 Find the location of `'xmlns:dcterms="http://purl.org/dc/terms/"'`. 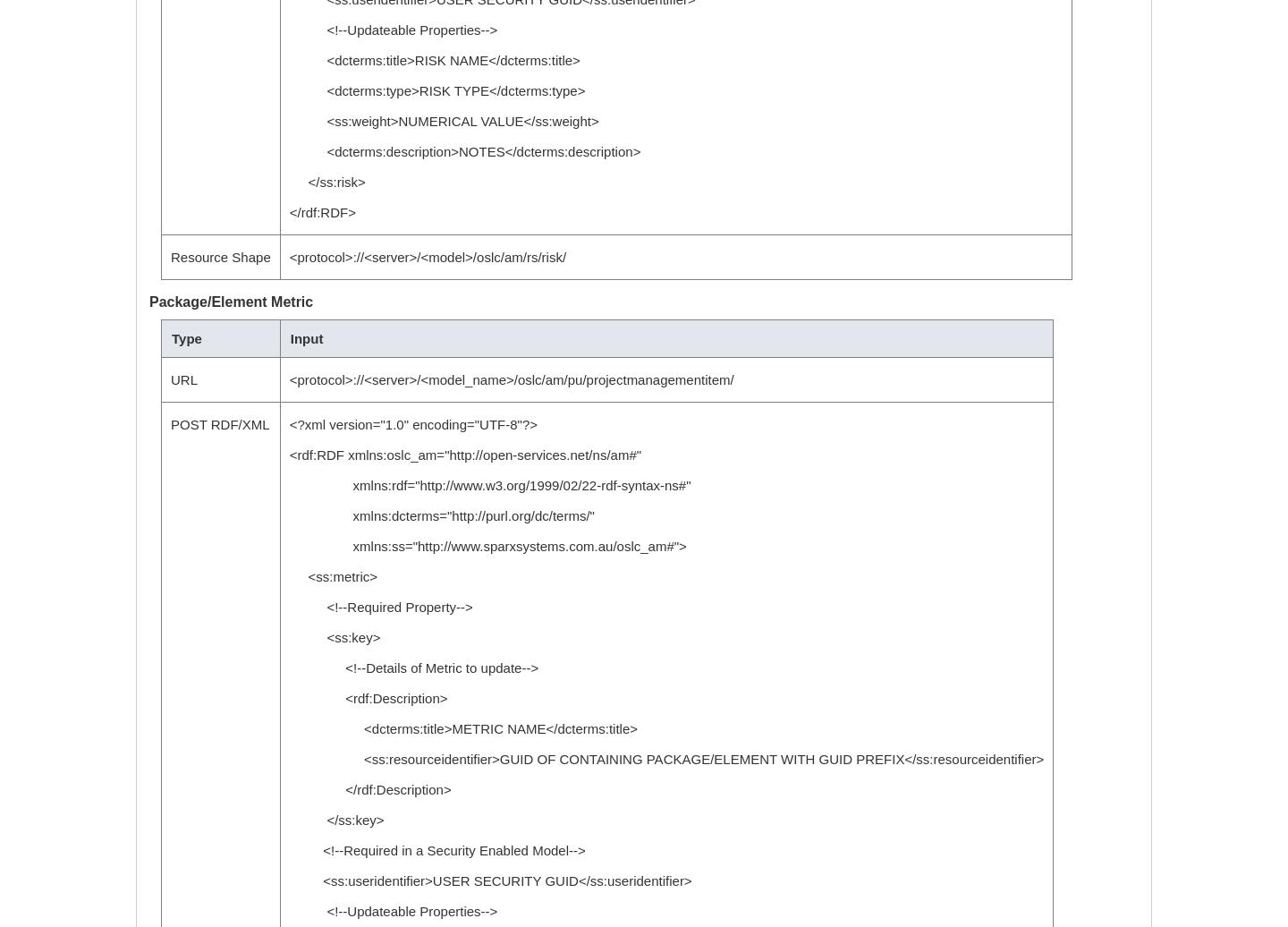

'xmlns:dcterms="http://purl.org/dc/terms/"' is located at coordinates (288, 515).